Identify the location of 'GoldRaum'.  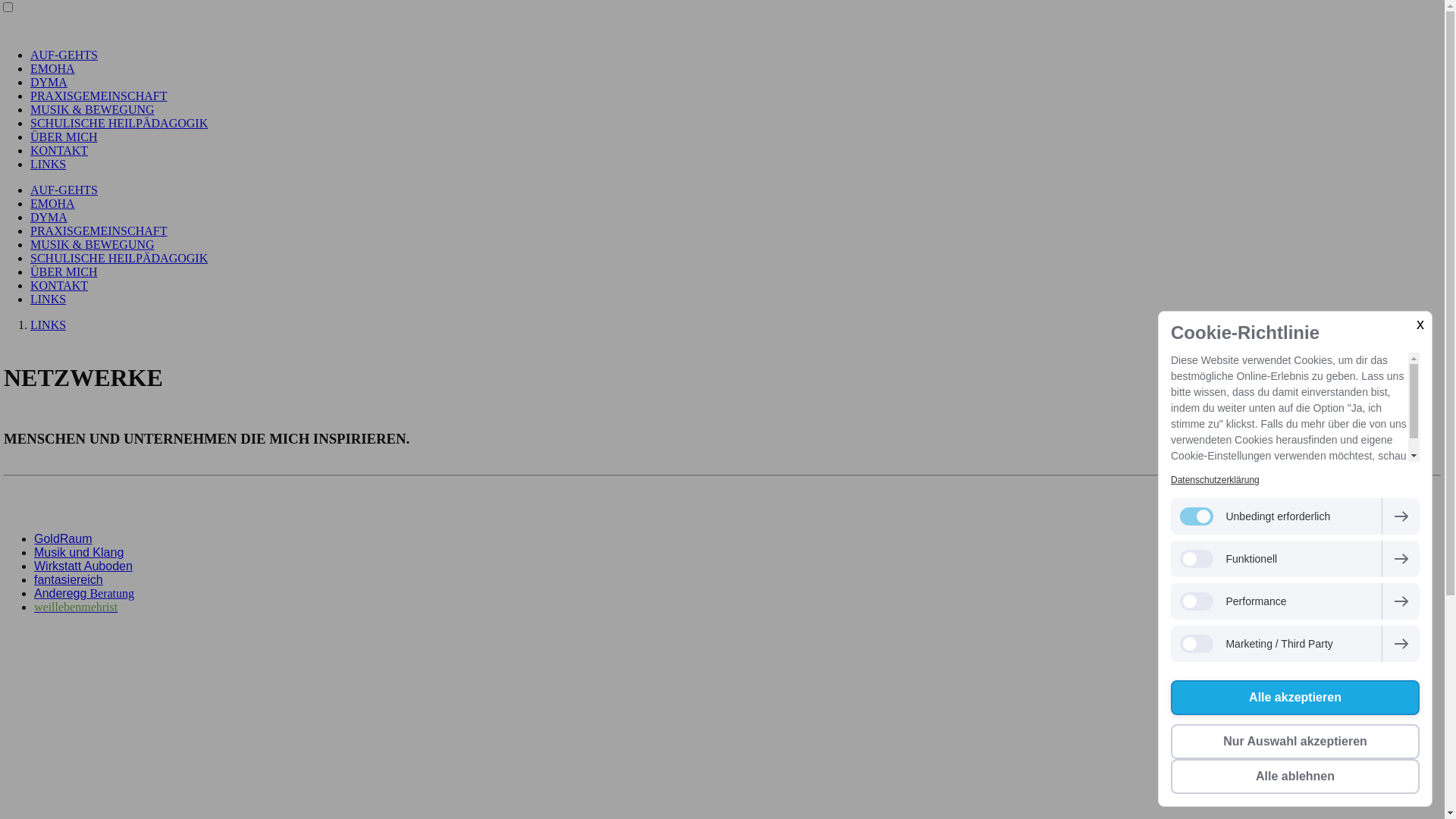
(61, 538).